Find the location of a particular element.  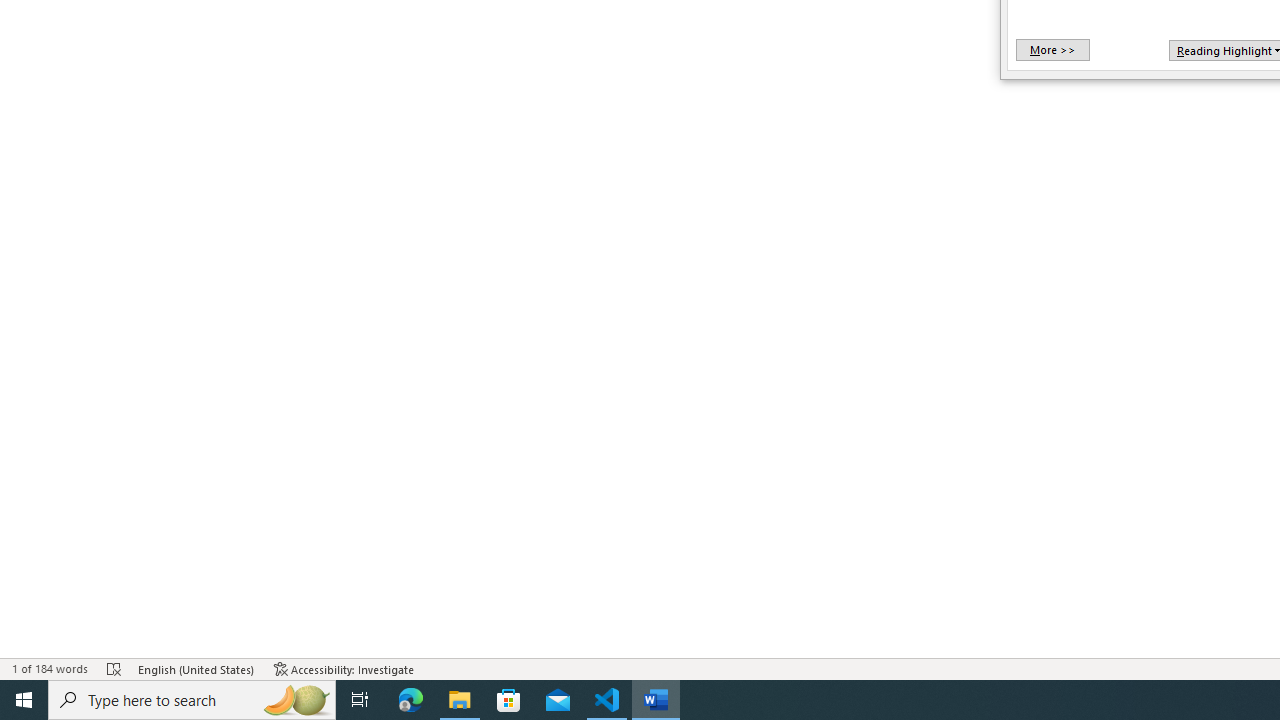

'Word Count 1 of 184 words' is located at coordinates (49, 669).